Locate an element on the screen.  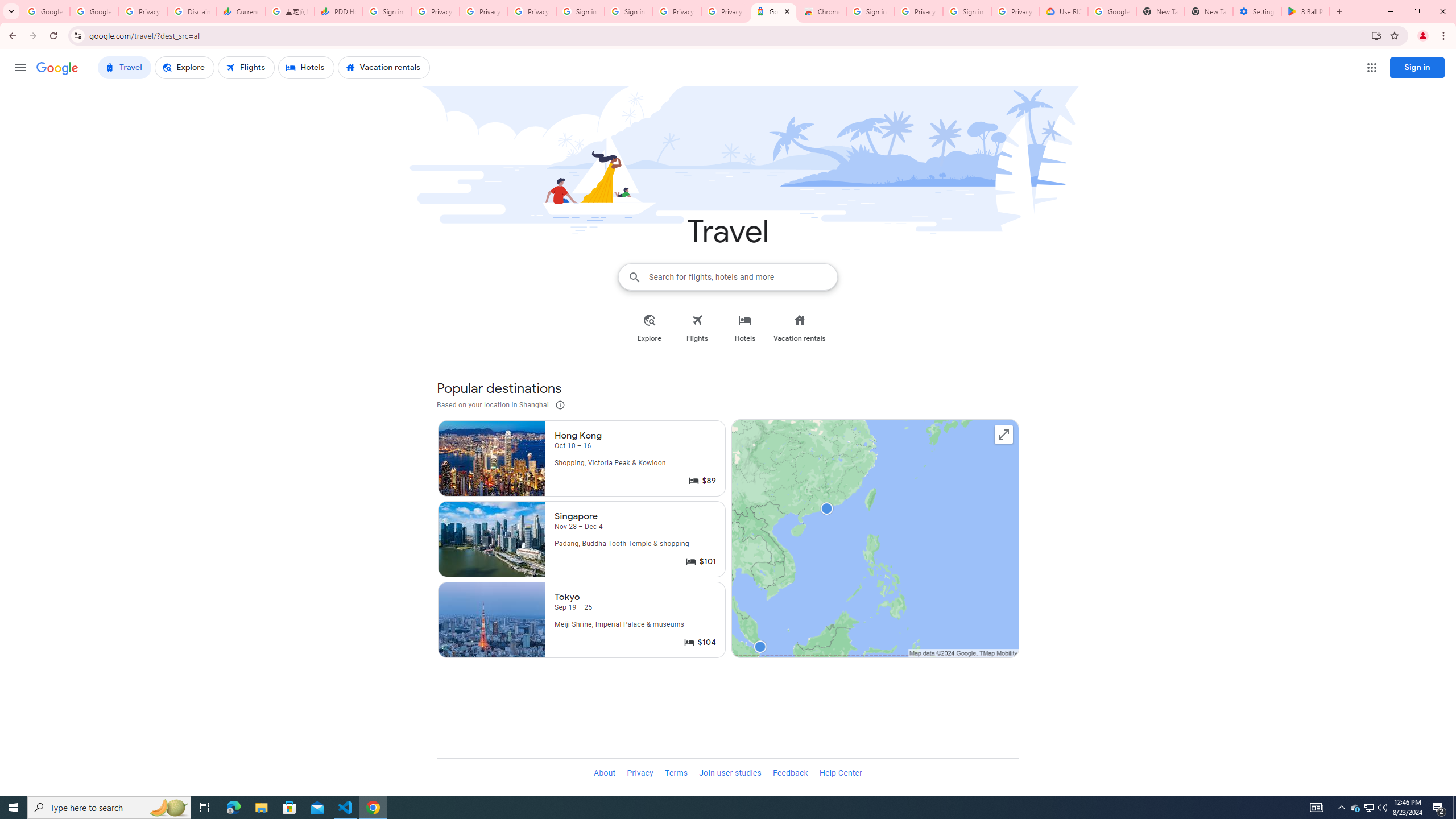
'Travel' is located at coordinates (123, 67).